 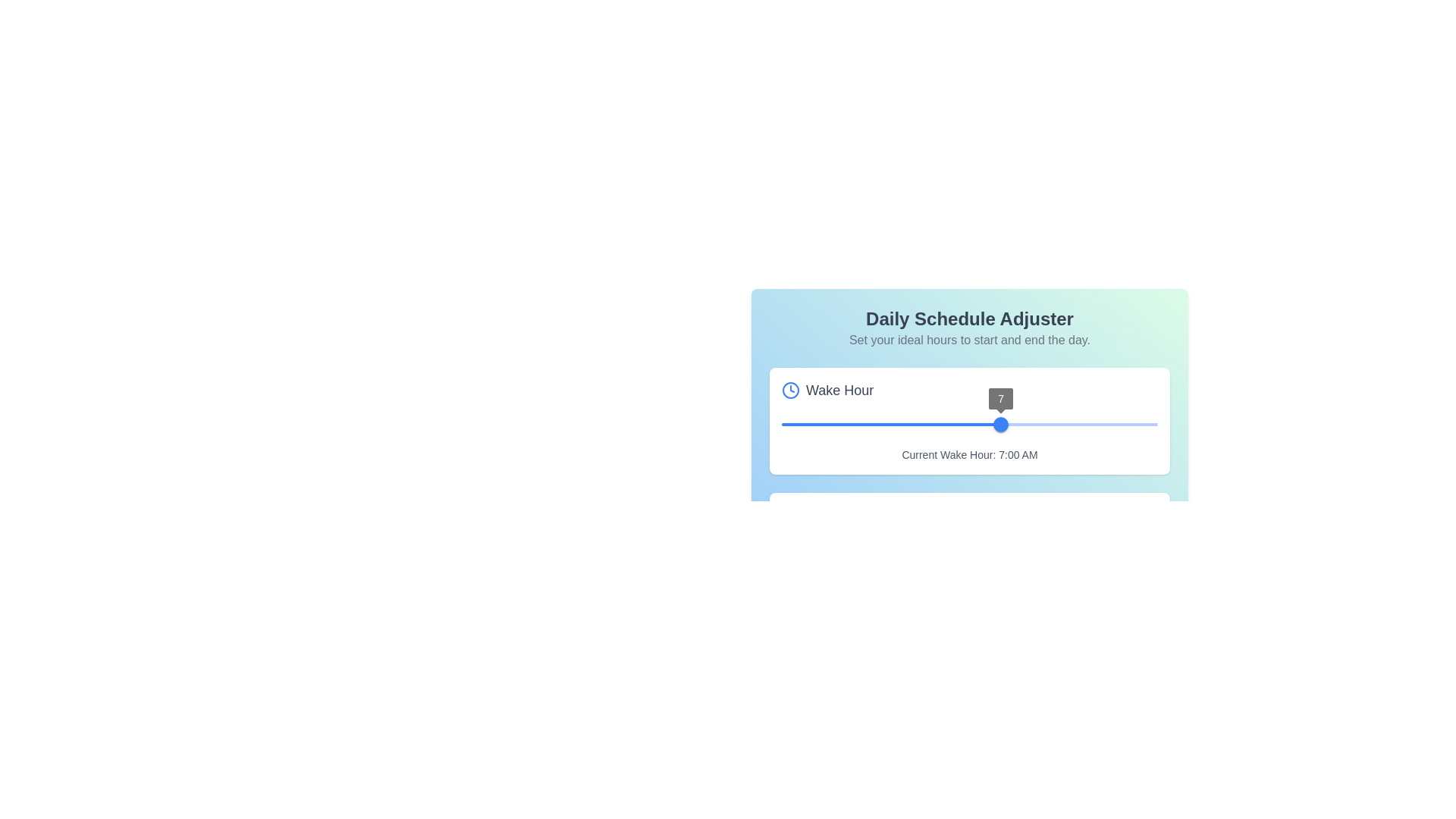 What do you see at coordinates (1016, 424) in the screenshot?
I see `the wake hour` at bounding box center [1016, 424].